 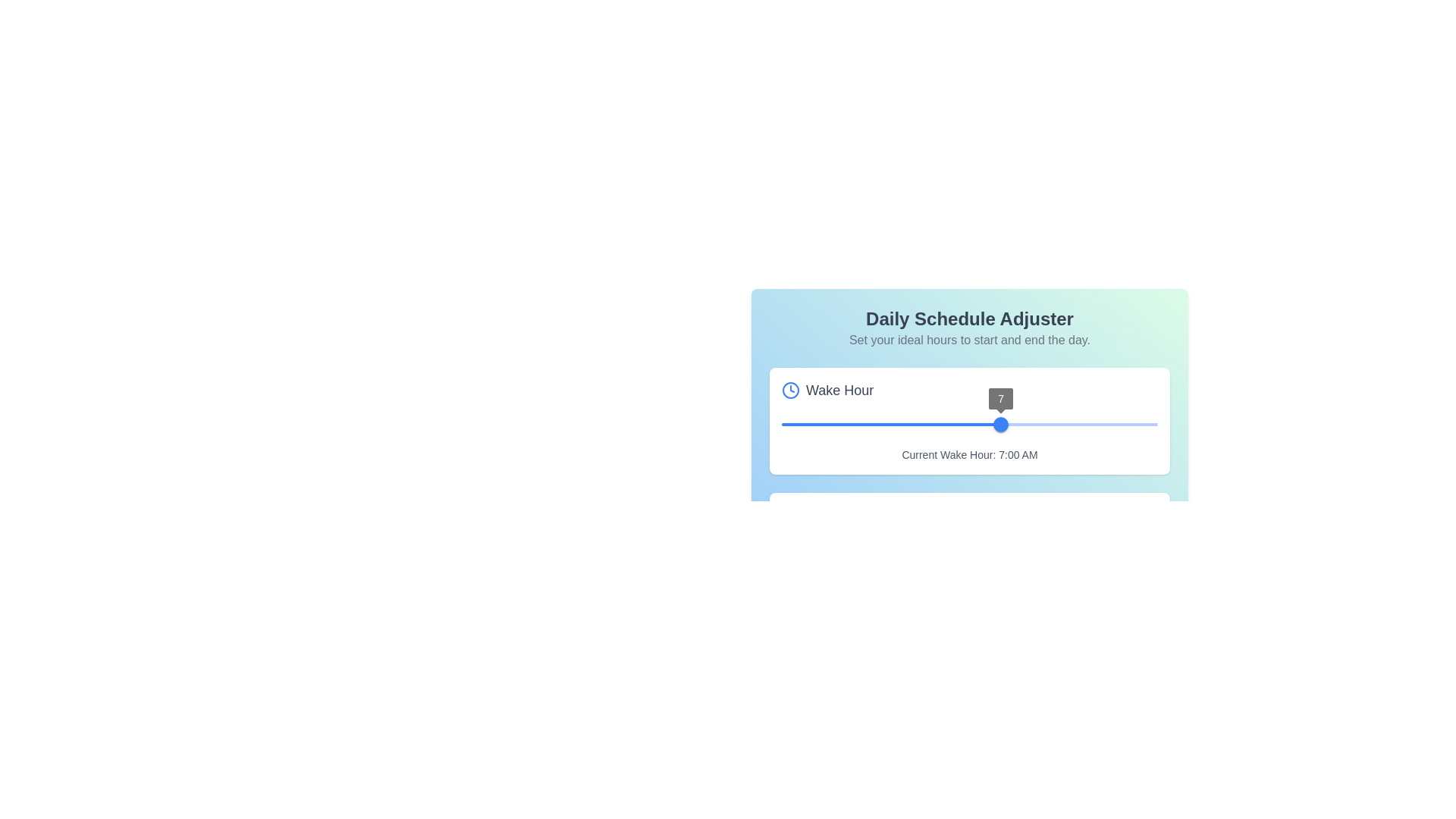 What do you see at coordinates (1016, 424) in the screenshot?
I see `the wake hour` at bounding box center [1016, 424].